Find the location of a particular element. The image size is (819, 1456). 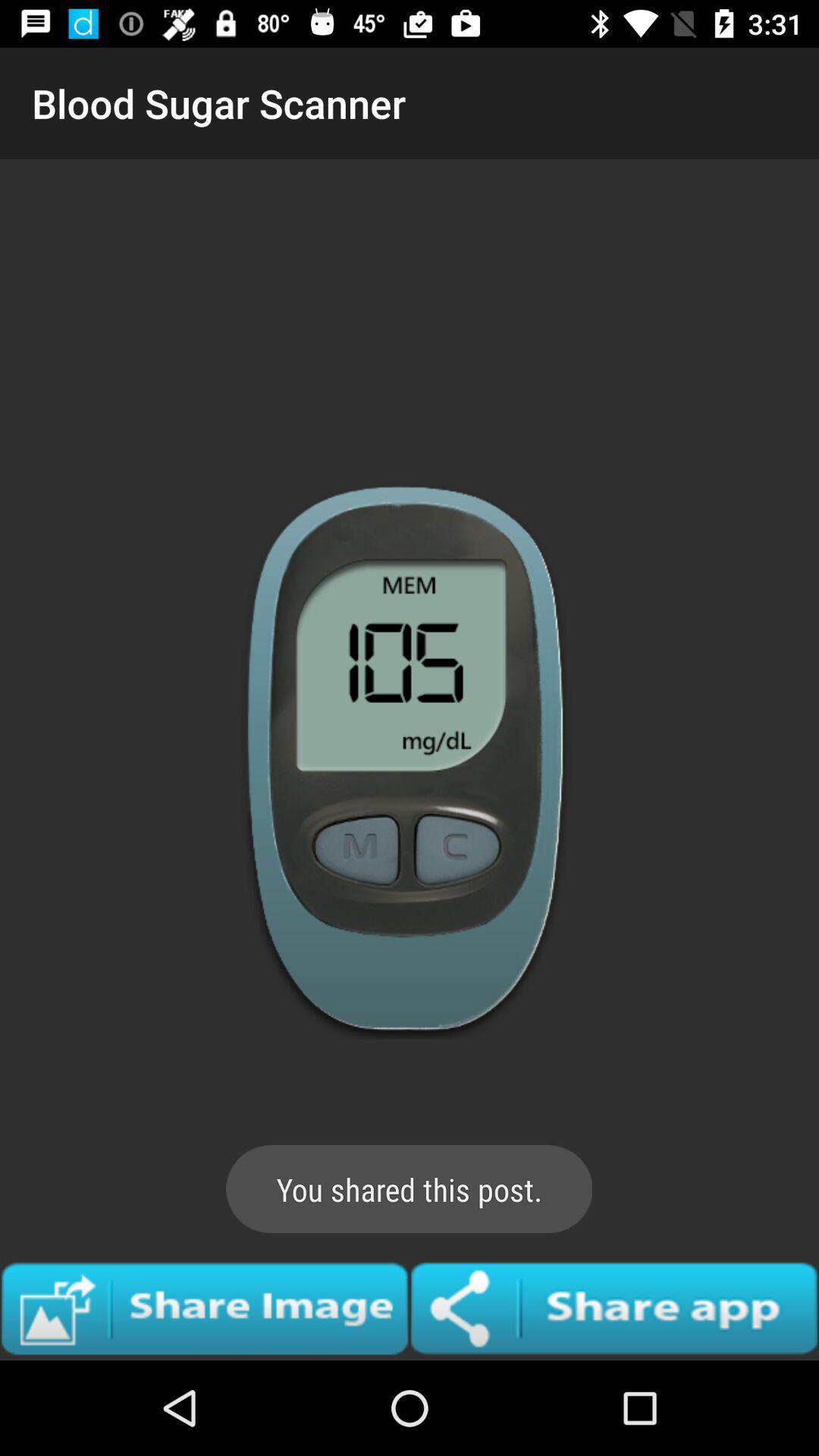

share app button is located at coordinates (614, 1307).